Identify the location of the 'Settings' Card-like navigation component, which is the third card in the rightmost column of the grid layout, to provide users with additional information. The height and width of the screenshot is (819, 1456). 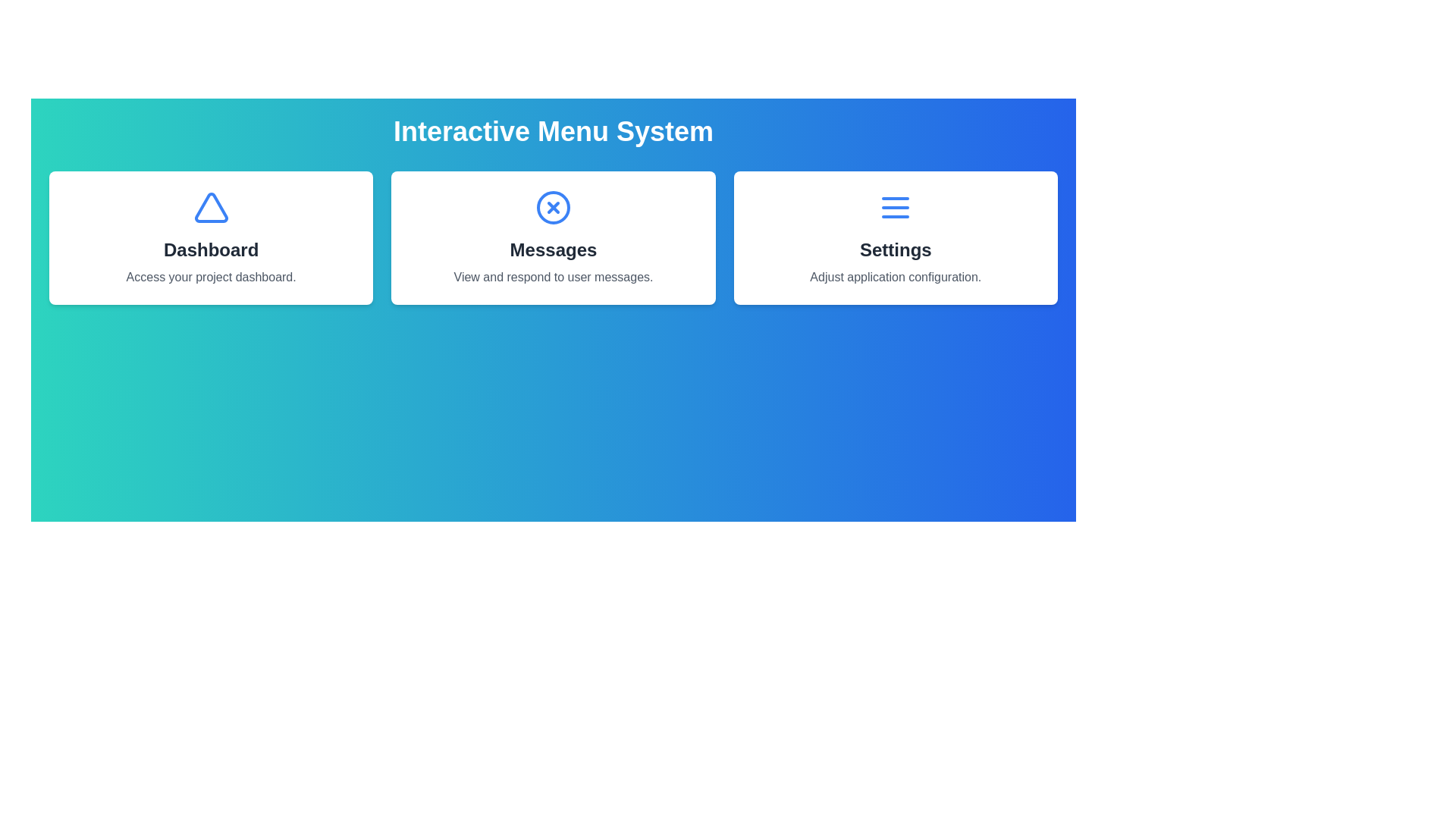
(896, 237).